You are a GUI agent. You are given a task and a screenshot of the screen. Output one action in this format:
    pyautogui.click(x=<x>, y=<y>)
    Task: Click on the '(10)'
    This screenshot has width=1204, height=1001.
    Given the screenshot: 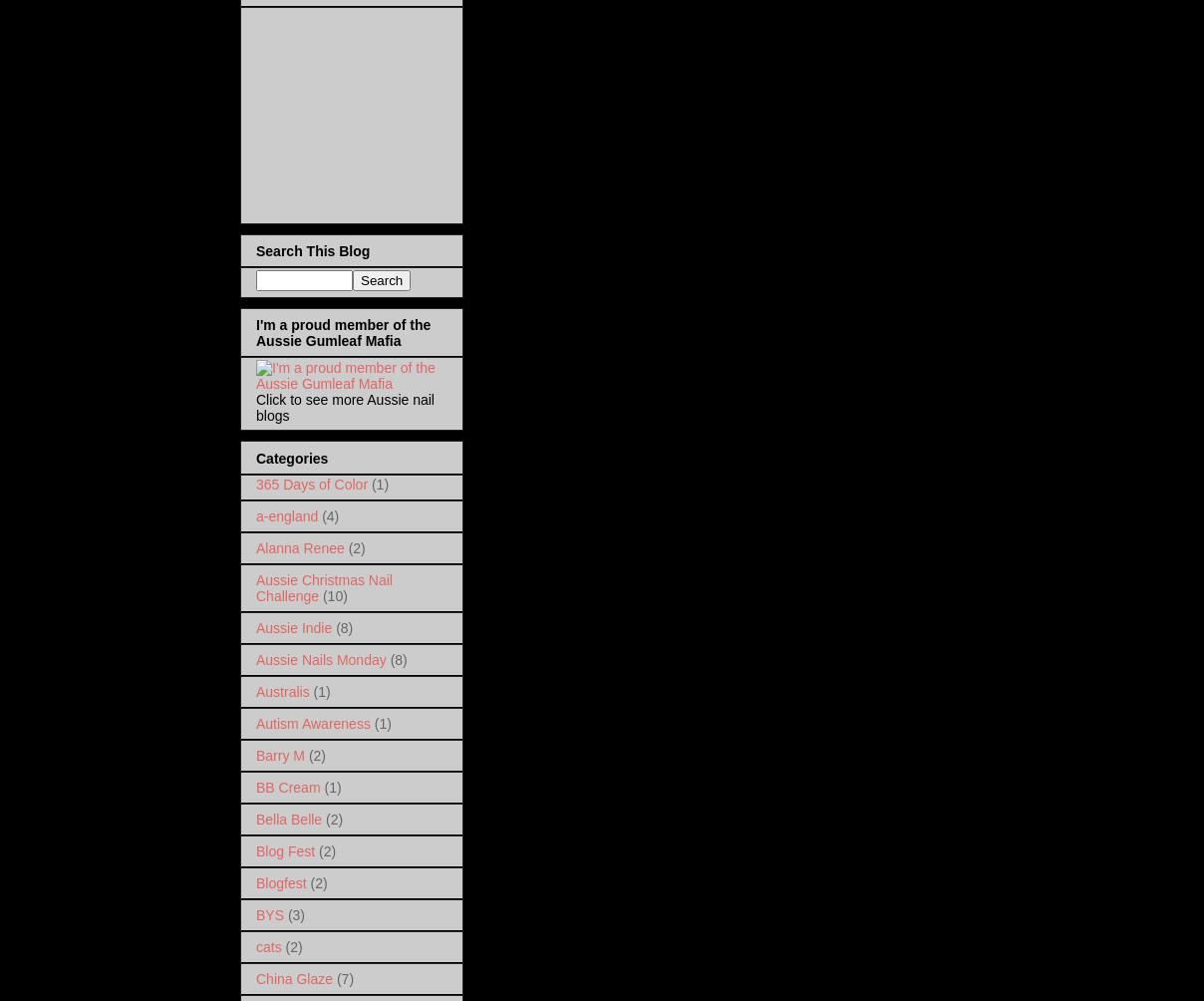 What is the action you would take?
    pyautogui.click(x=321, y=594)
    